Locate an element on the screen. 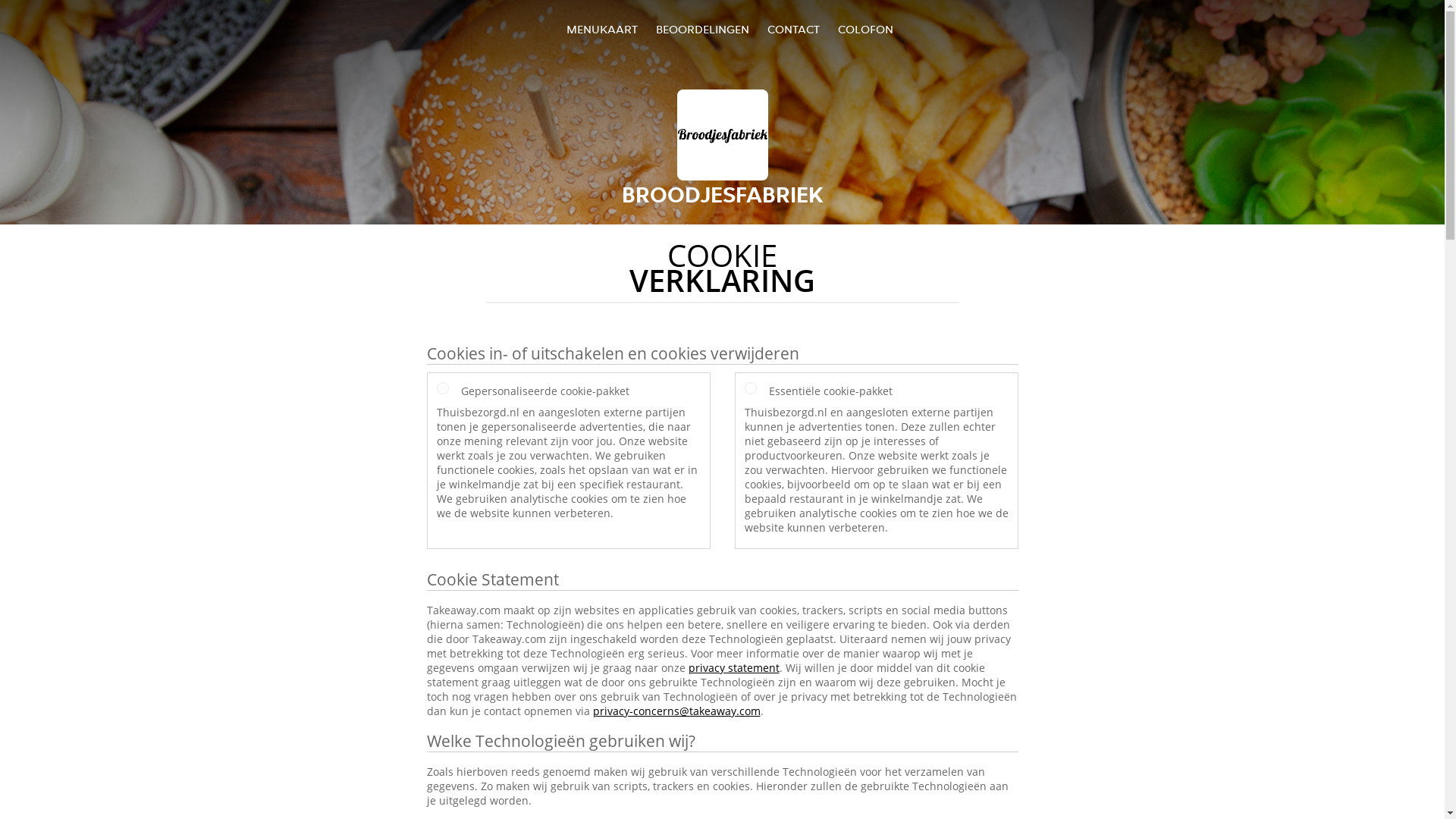 This screenshot has height=819, width=1456. 'CONTACT' is located at coordinates (767, 29).